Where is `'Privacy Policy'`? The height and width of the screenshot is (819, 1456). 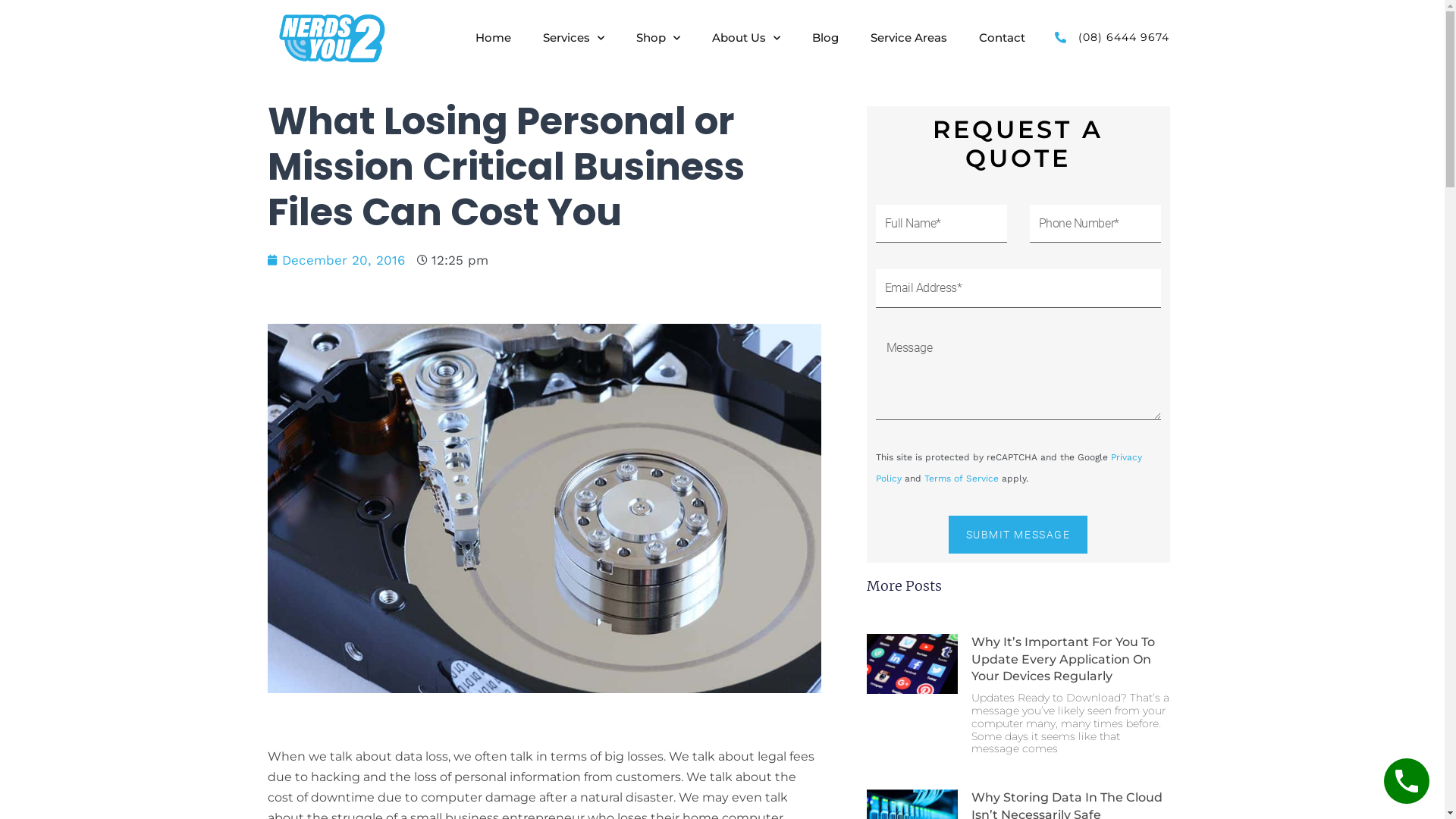
'Privacy Policy' is located at coordinates (1008, 466).